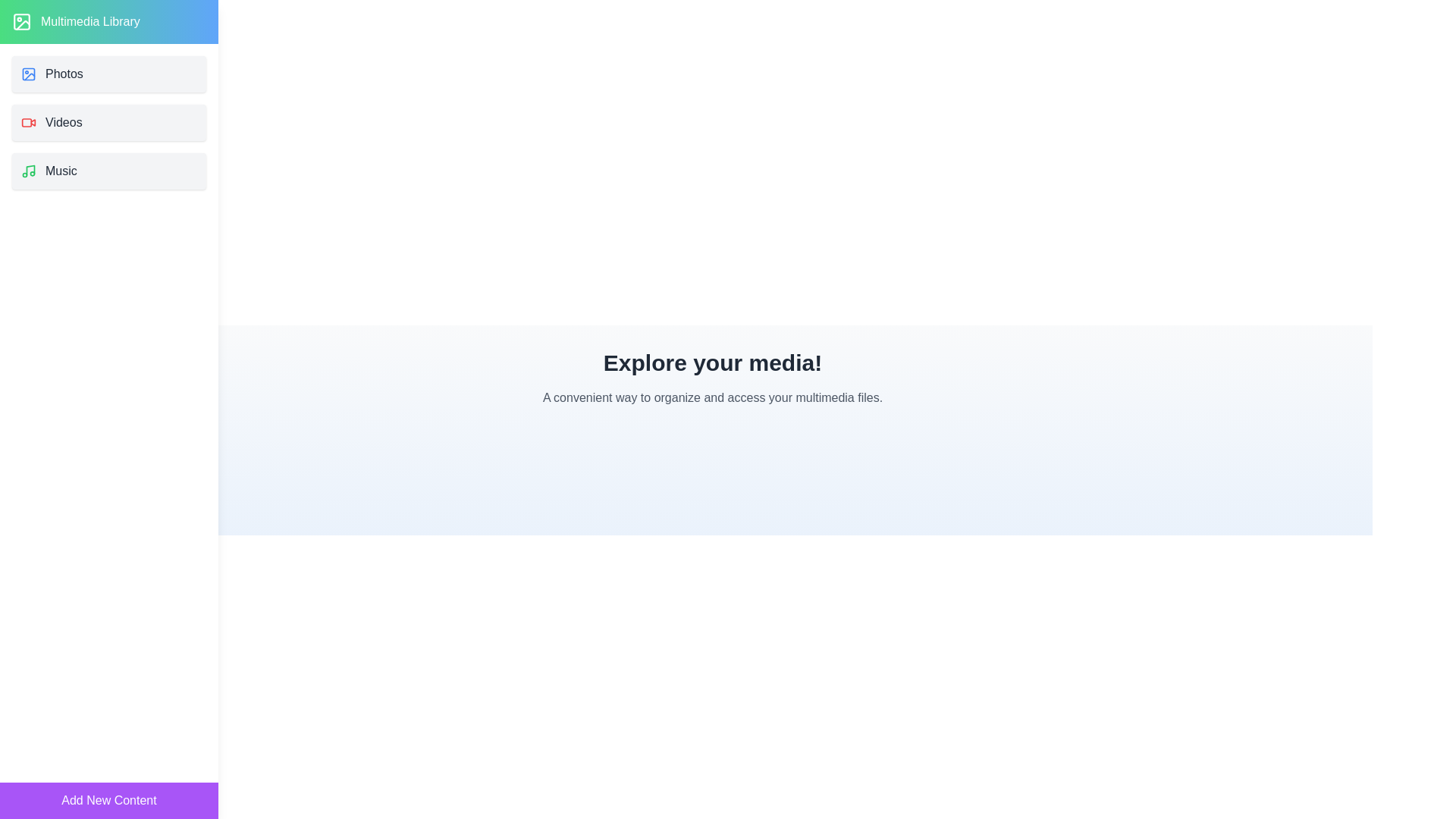 The image size is (1456, 819). I want to click on the category 'Videos' to select it, so click(108, 122).